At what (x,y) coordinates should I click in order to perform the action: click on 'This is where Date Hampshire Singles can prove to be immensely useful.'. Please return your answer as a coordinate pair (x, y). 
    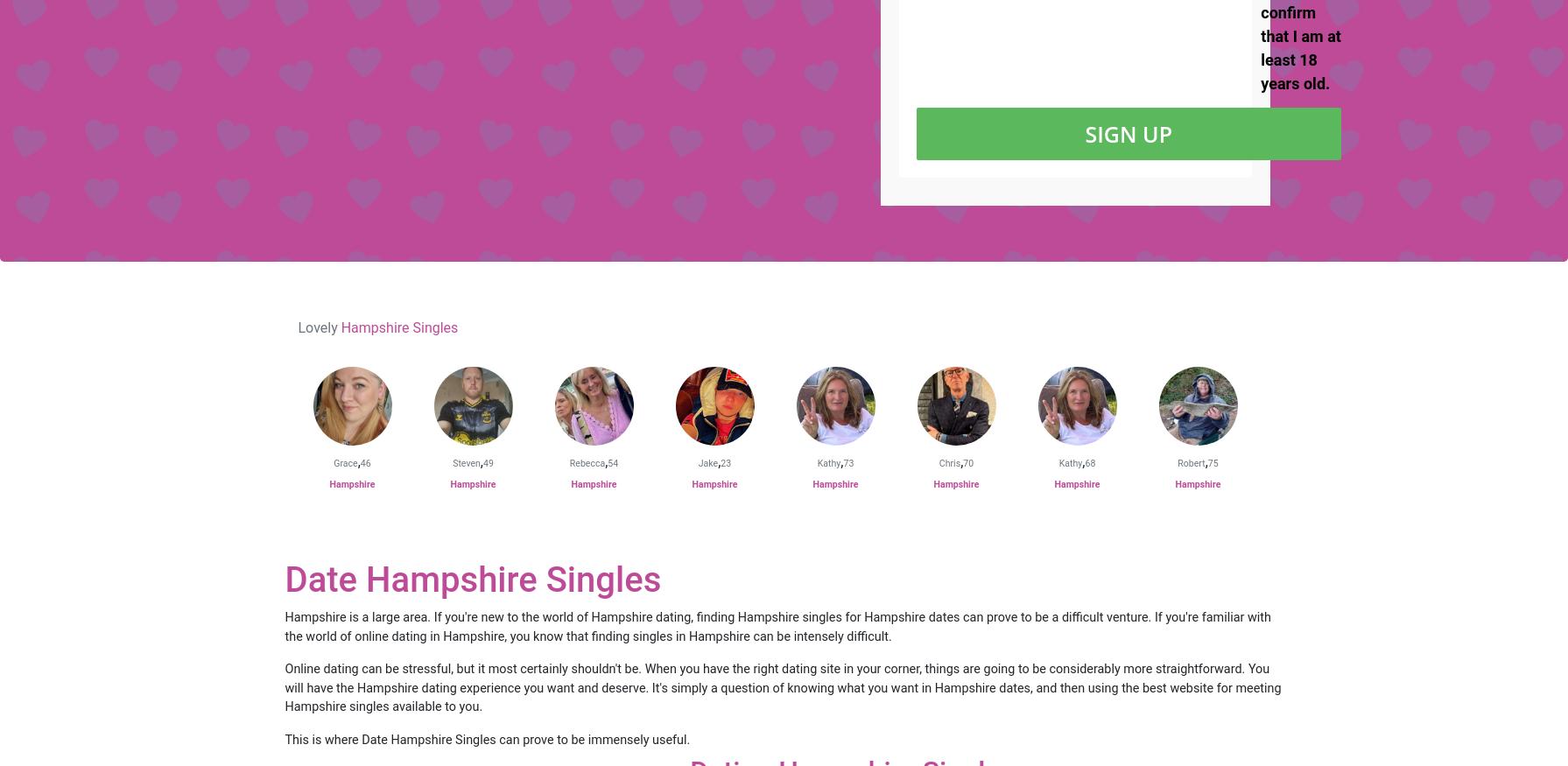
    Looking at the image, I should click on (487, 739).